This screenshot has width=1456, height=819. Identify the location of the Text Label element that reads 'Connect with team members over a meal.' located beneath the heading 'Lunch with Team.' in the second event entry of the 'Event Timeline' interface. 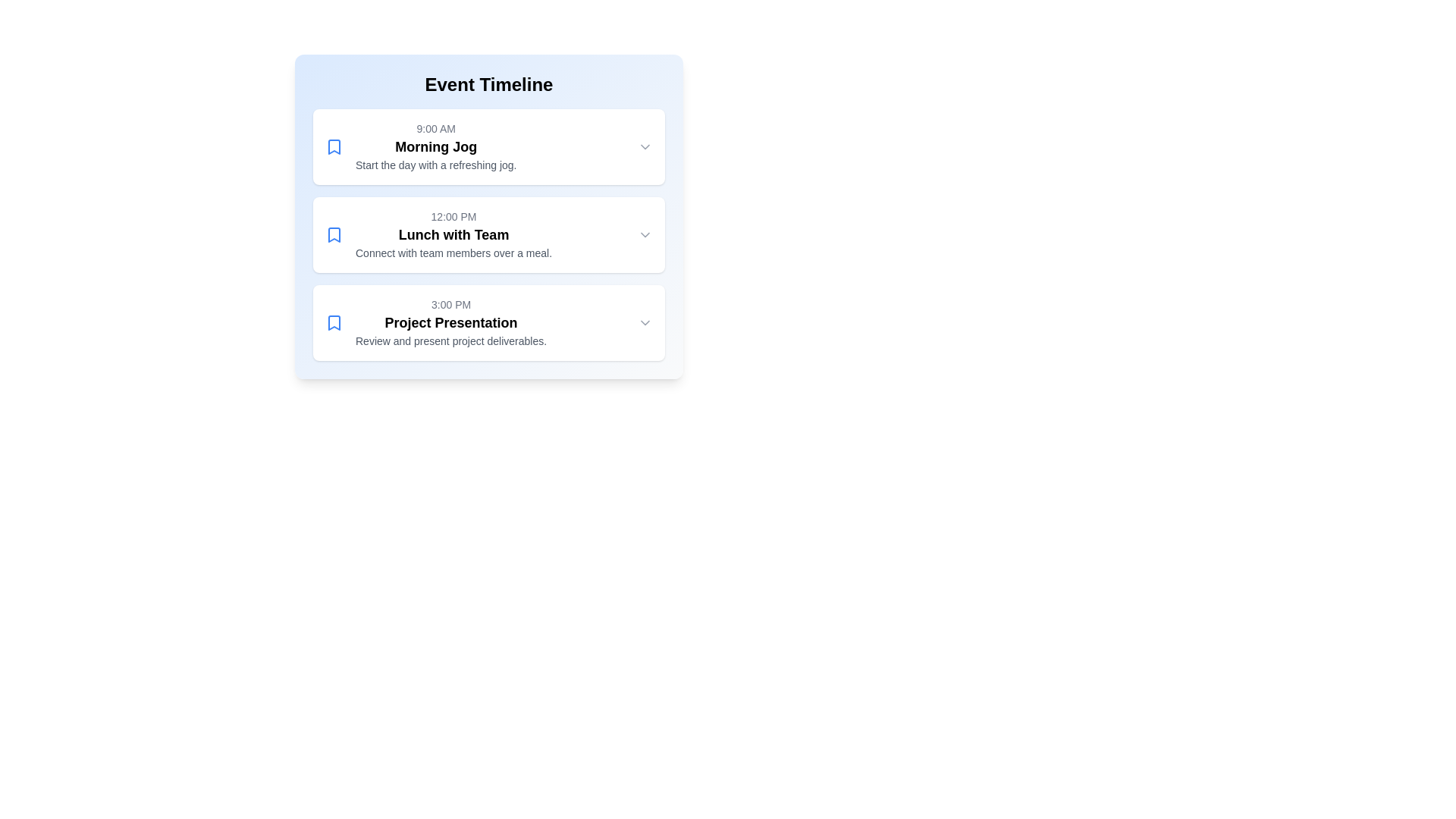
(453, 253).